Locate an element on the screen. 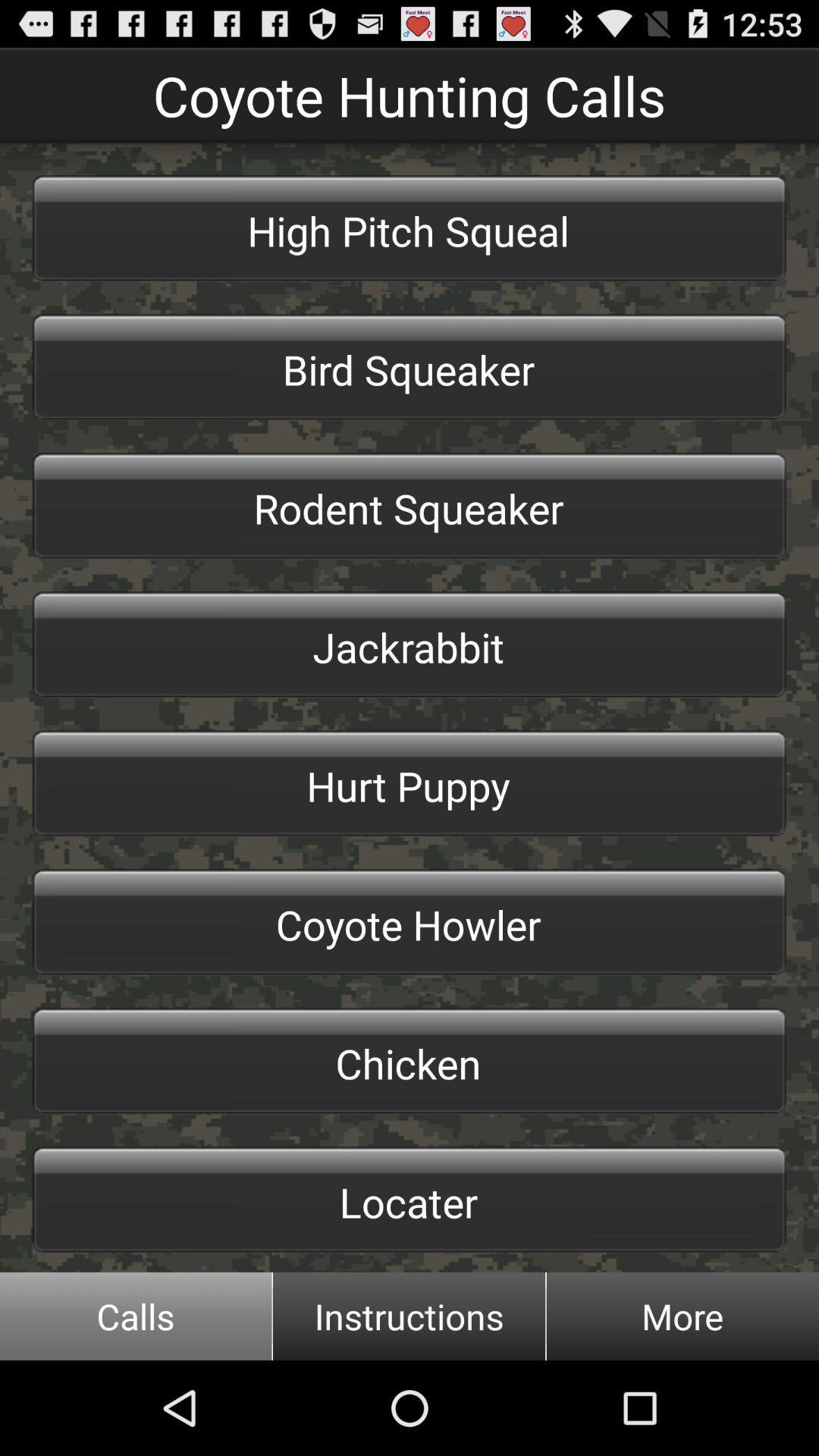 Image resolution: width=819 pixels, height=1456 pixels. app above the calls is located at coordinates (409, 1199).